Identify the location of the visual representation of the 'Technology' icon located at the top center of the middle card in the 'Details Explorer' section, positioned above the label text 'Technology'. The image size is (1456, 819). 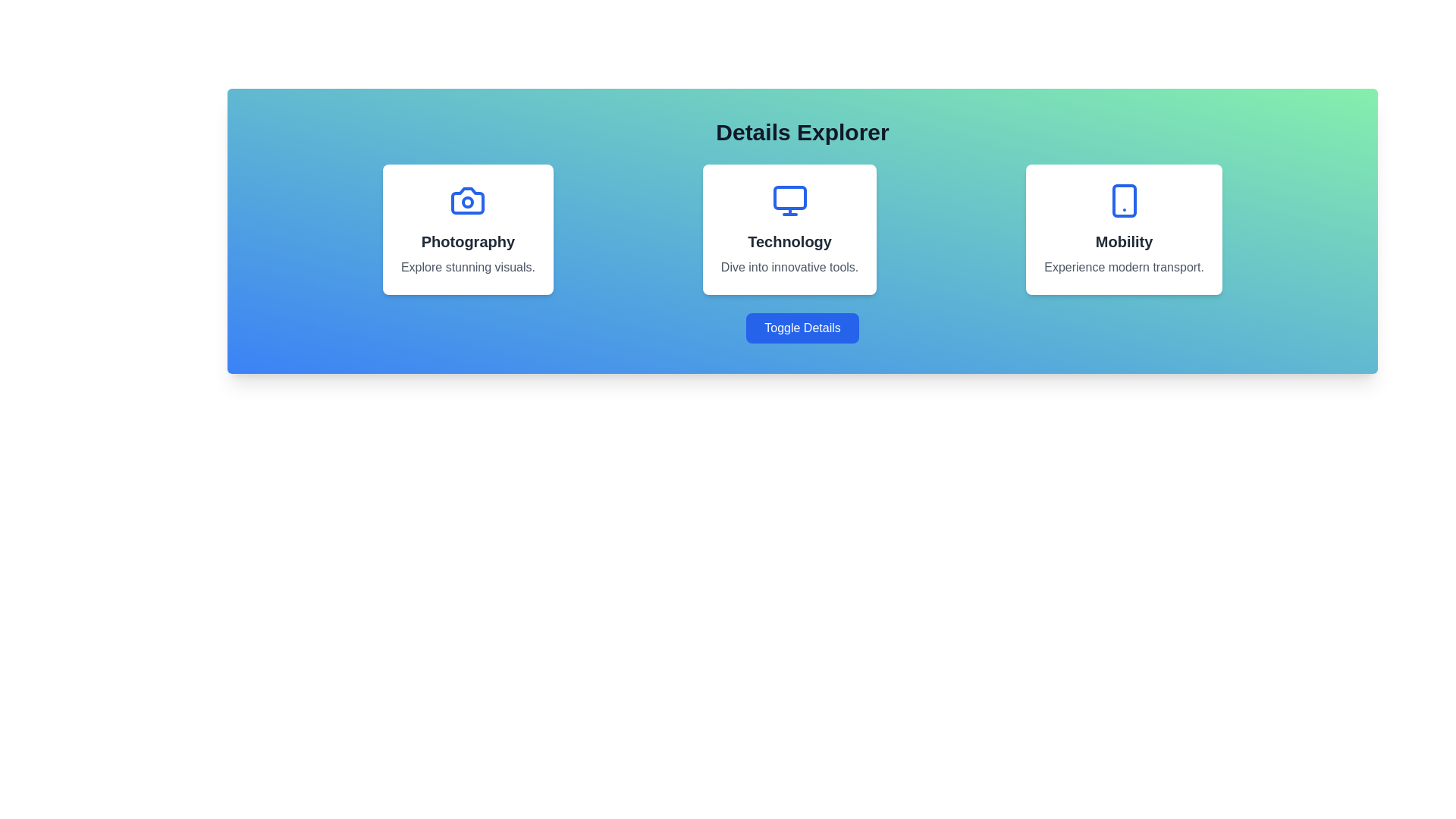
(789, 200).